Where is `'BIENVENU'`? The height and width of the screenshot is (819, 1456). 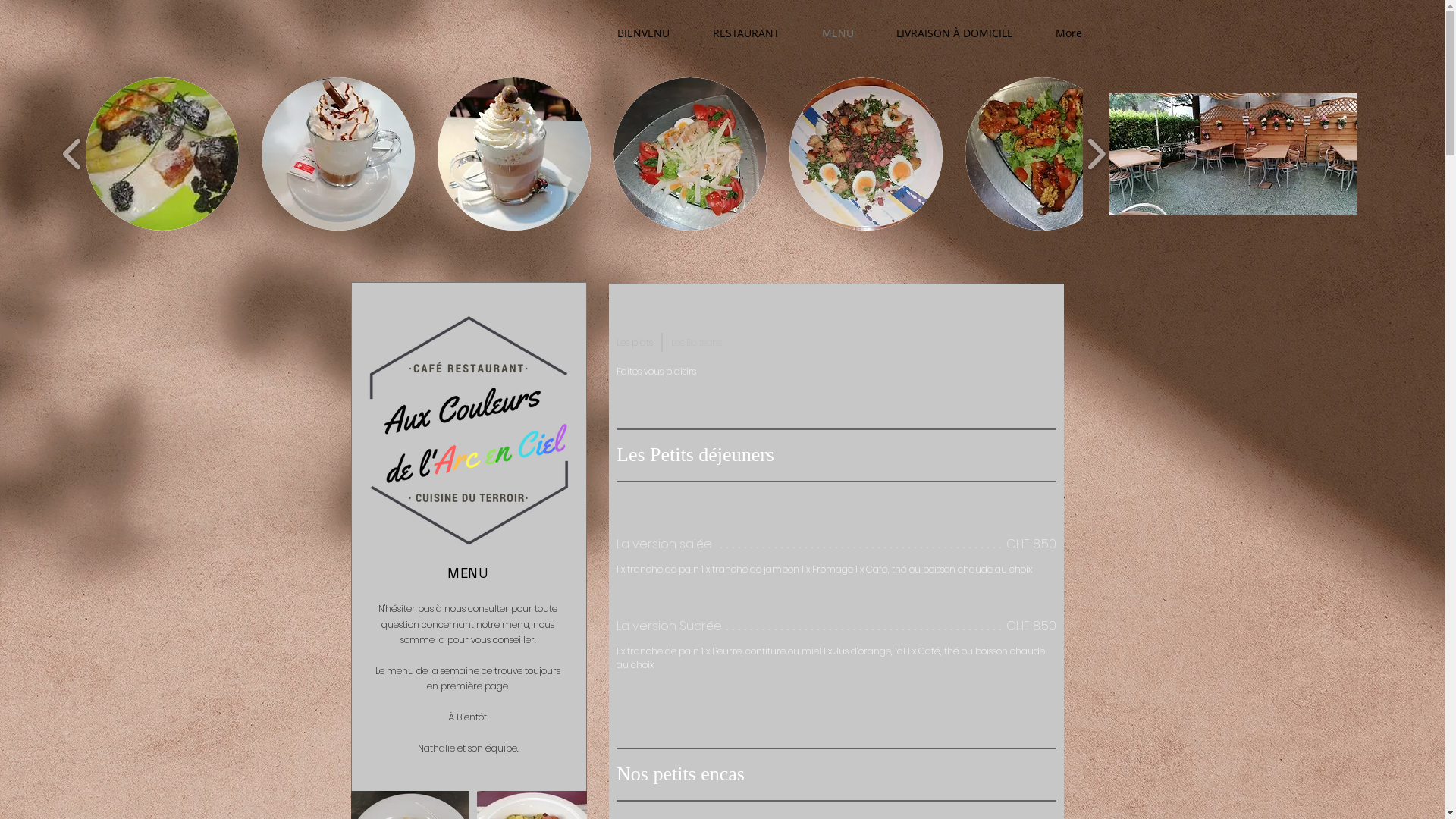 'BIENVENU' is located at coordinates (644, 33).